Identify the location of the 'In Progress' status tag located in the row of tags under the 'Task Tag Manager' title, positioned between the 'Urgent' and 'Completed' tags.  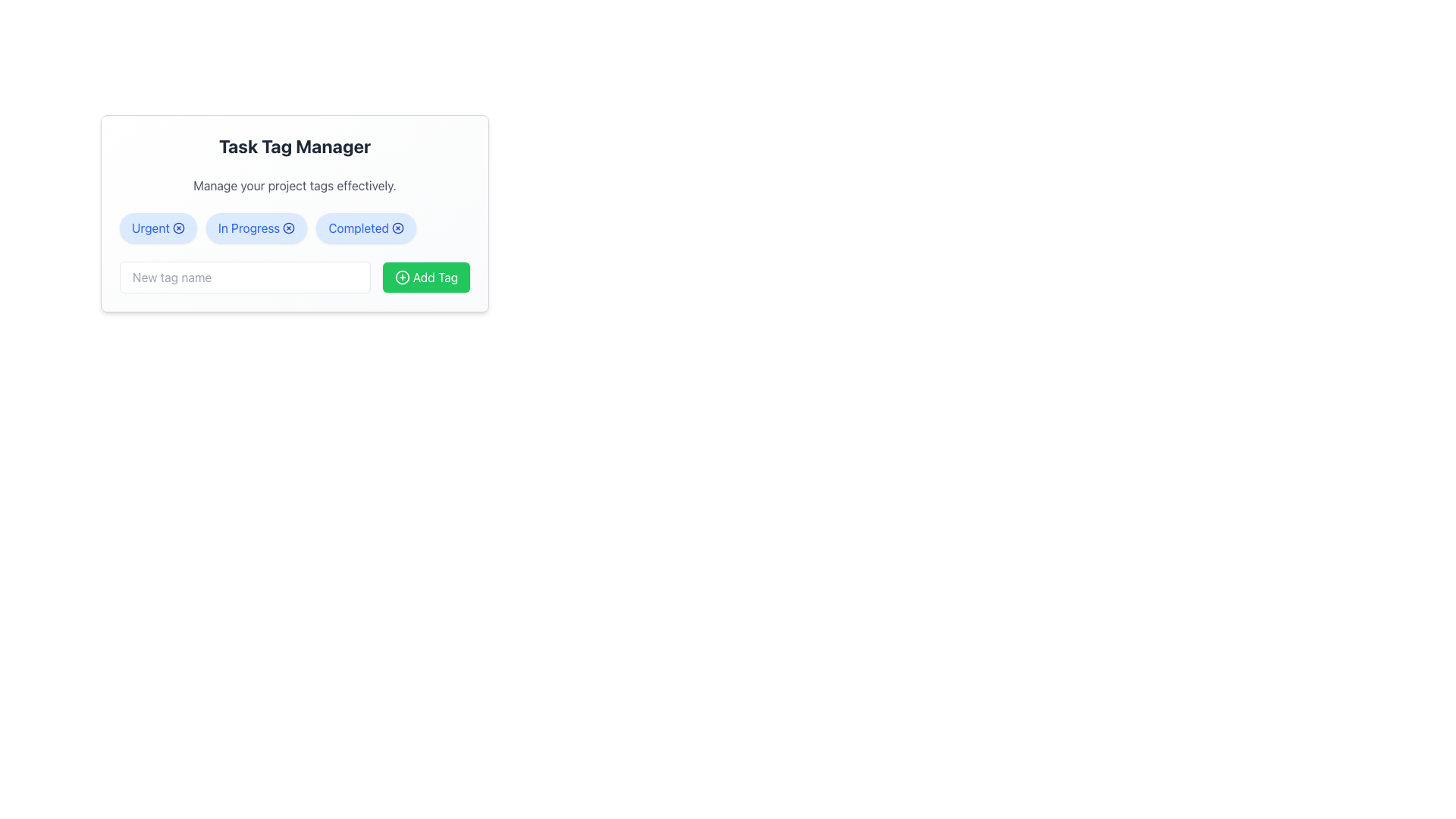
(249, 227).